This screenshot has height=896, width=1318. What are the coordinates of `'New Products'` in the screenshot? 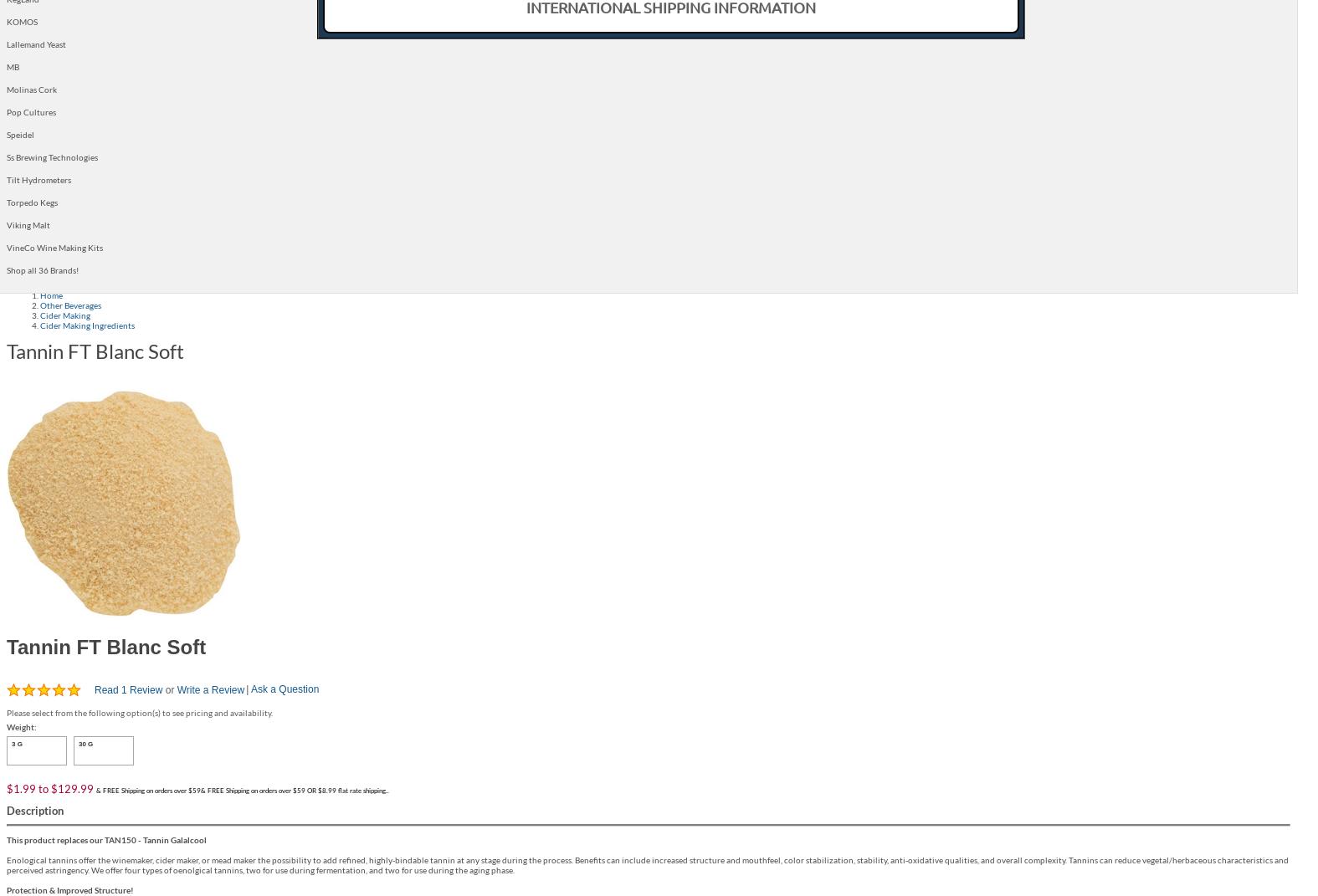 It's located at (648, 154).